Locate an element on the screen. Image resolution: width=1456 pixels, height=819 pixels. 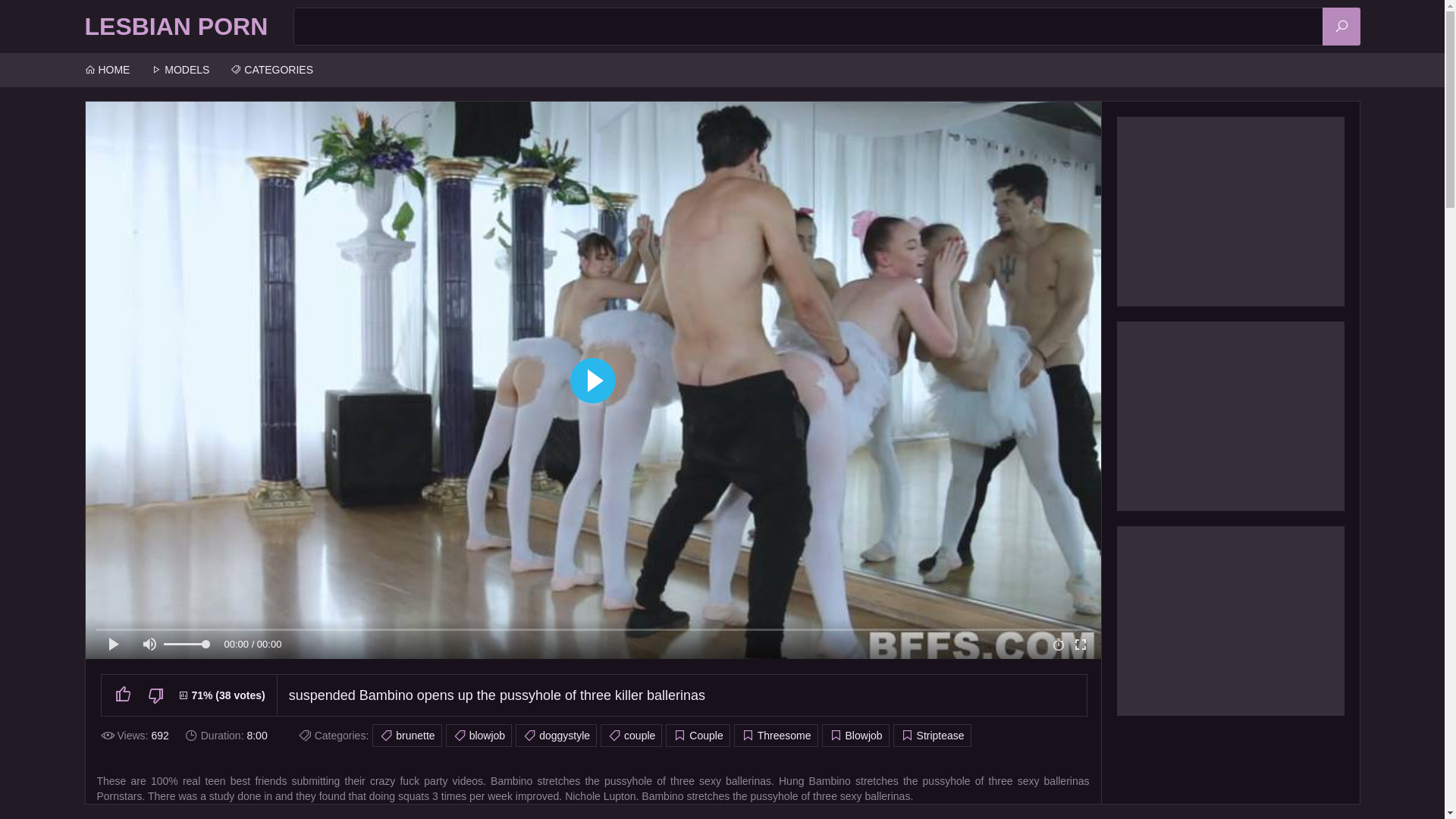
'Couple' is located at coordinates (697, 734).